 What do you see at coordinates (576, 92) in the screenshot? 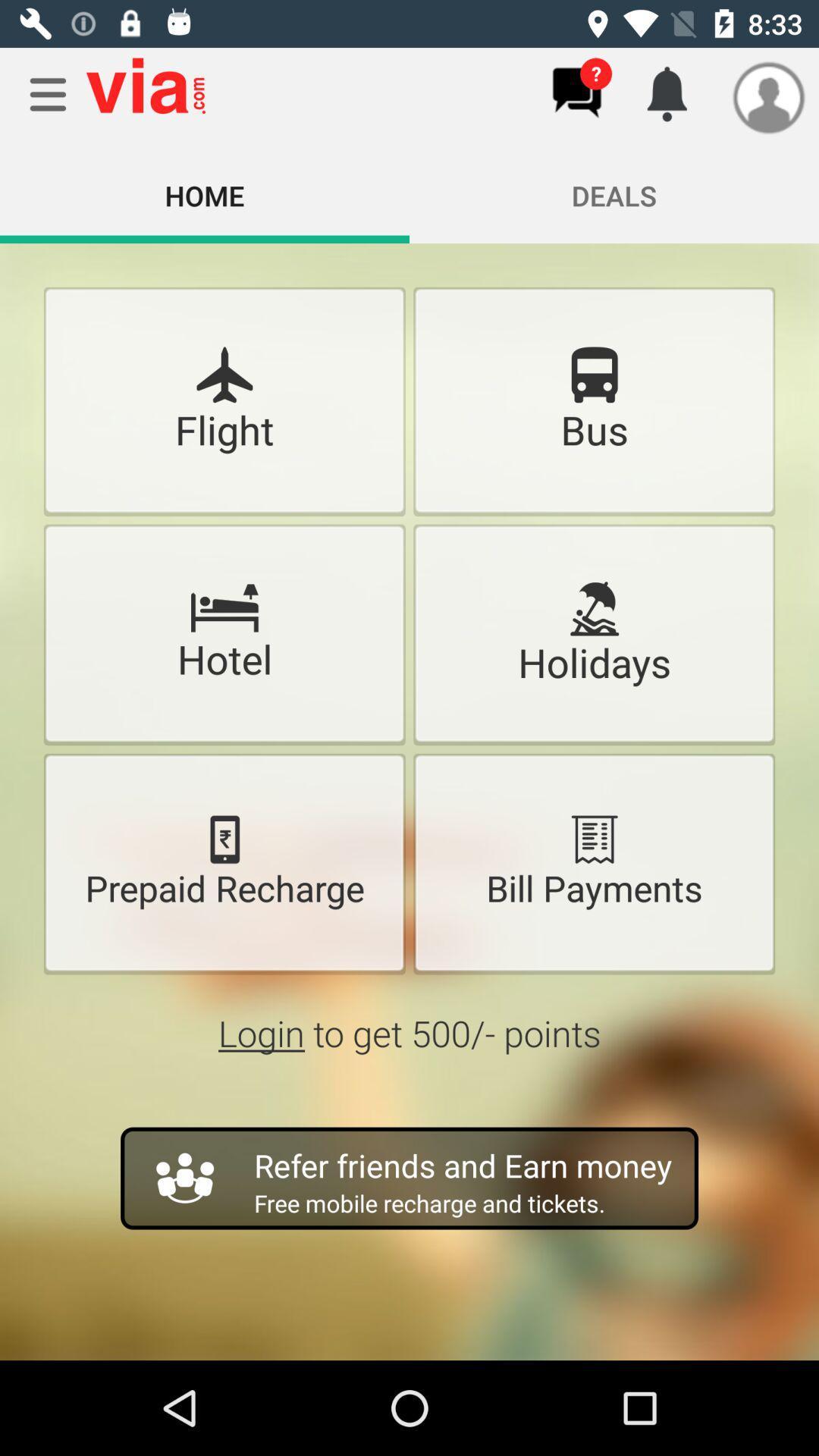
I see `help chat button` at bounding box center [576, 92].